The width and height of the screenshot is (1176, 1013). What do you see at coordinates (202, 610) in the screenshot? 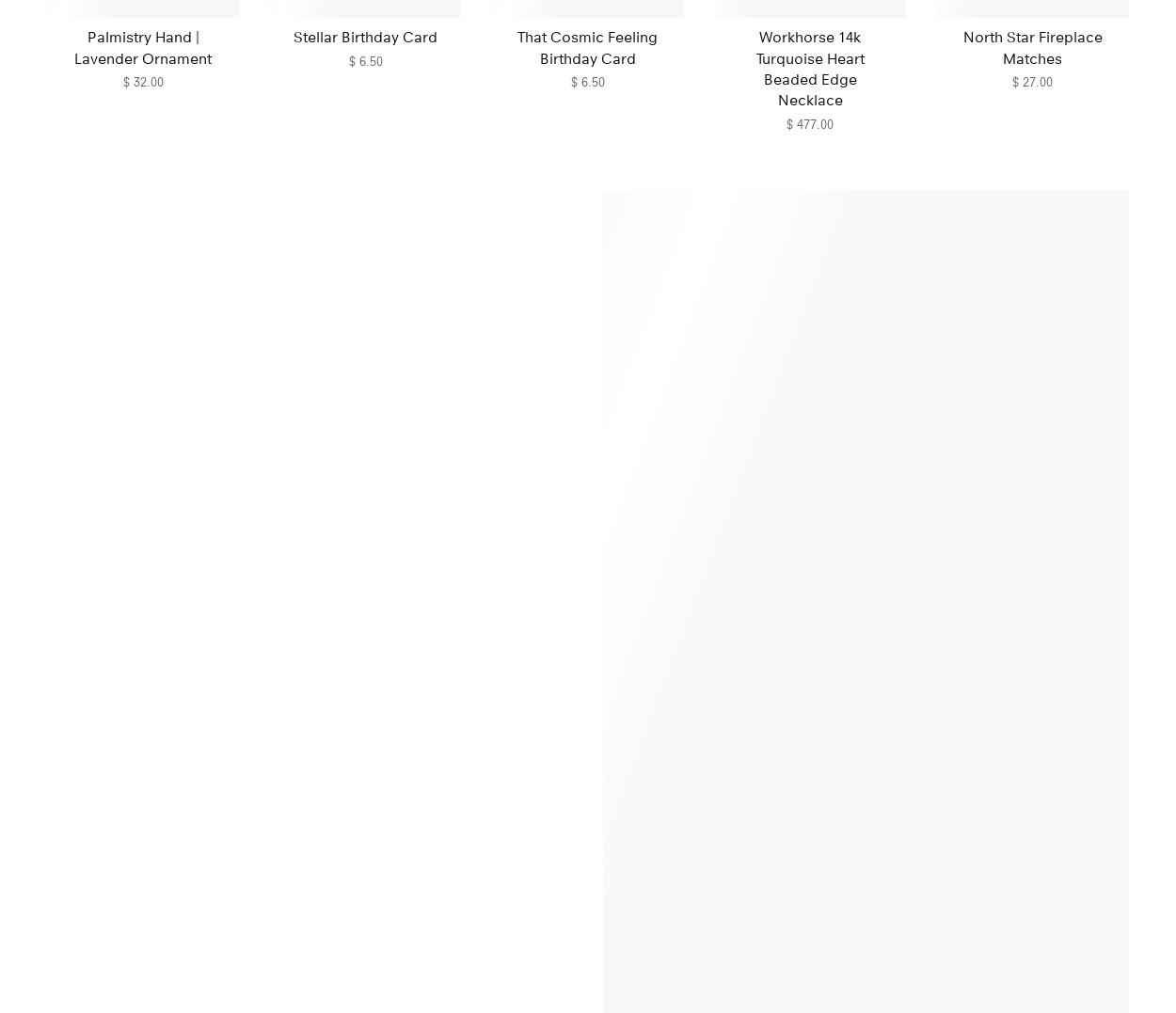
I see `'From the Pantry'` at bounding box center [202, 610].